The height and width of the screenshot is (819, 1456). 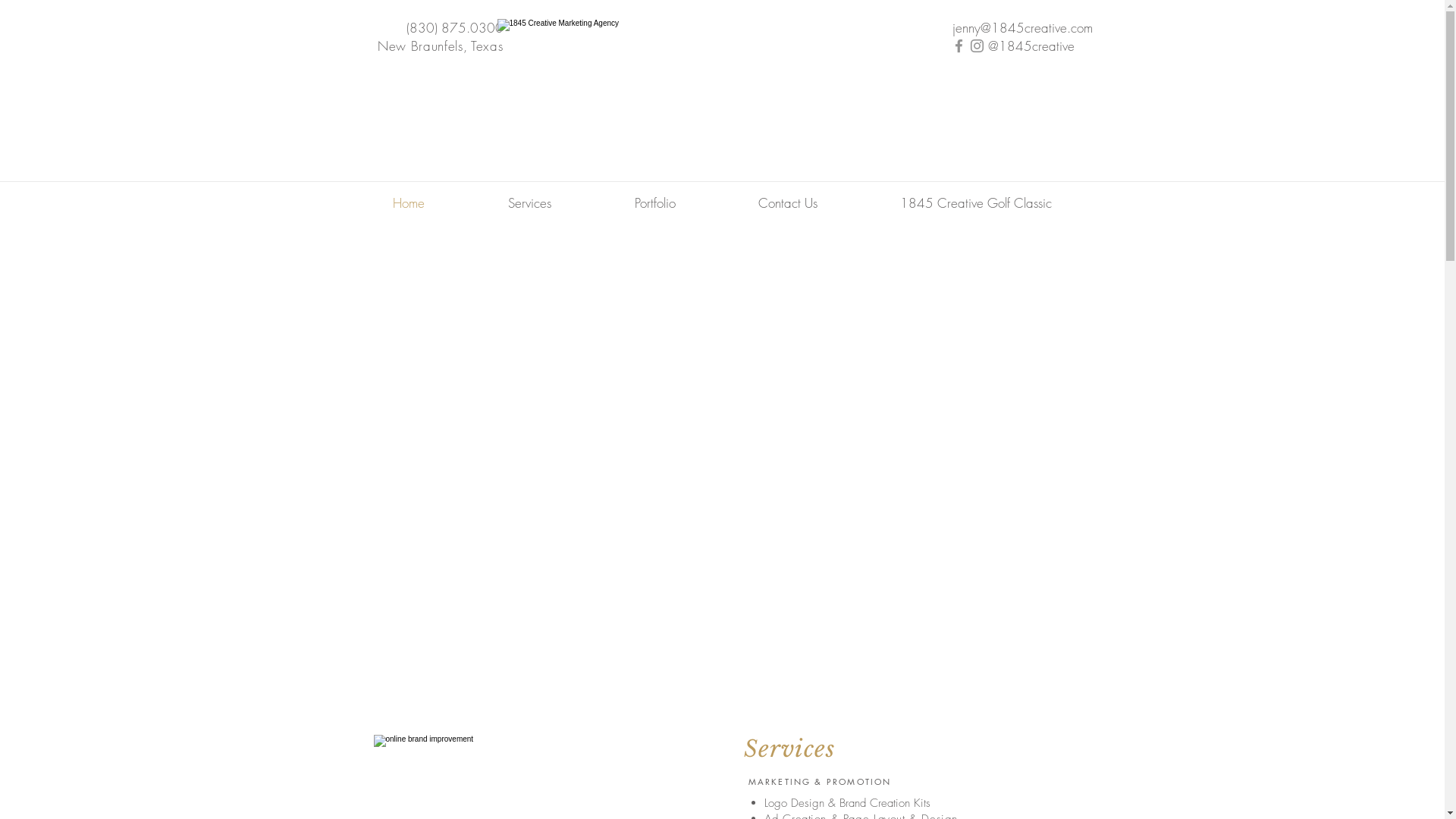 What do you see at coordinates (407, 202) in the screenshot?
I see `'Home'` at bounding box center [407, 202].